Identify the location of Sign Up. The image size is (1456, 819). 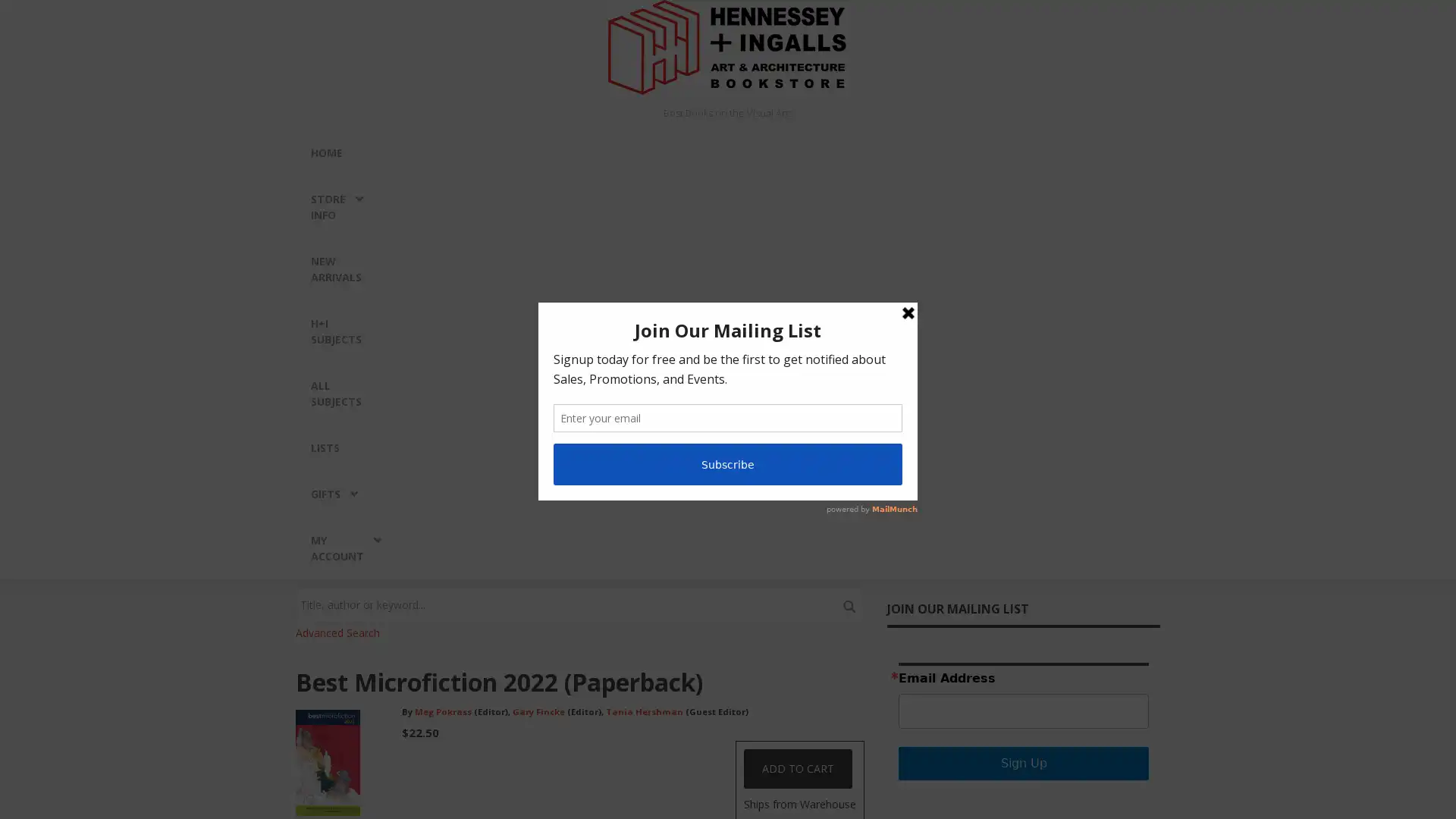
(1023, 763).